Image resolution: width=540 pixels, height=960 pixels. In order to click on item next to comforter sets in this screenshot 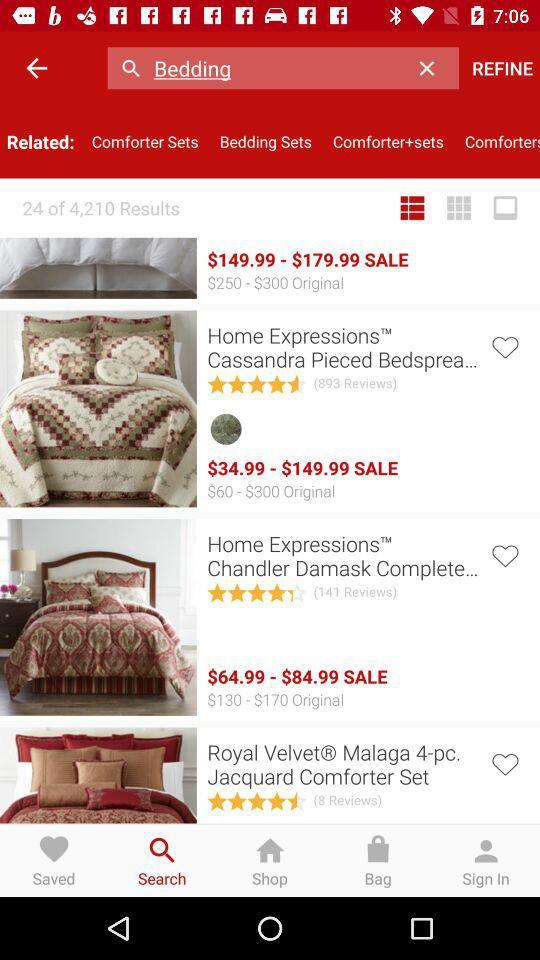, I will do `click(36, 68)`.